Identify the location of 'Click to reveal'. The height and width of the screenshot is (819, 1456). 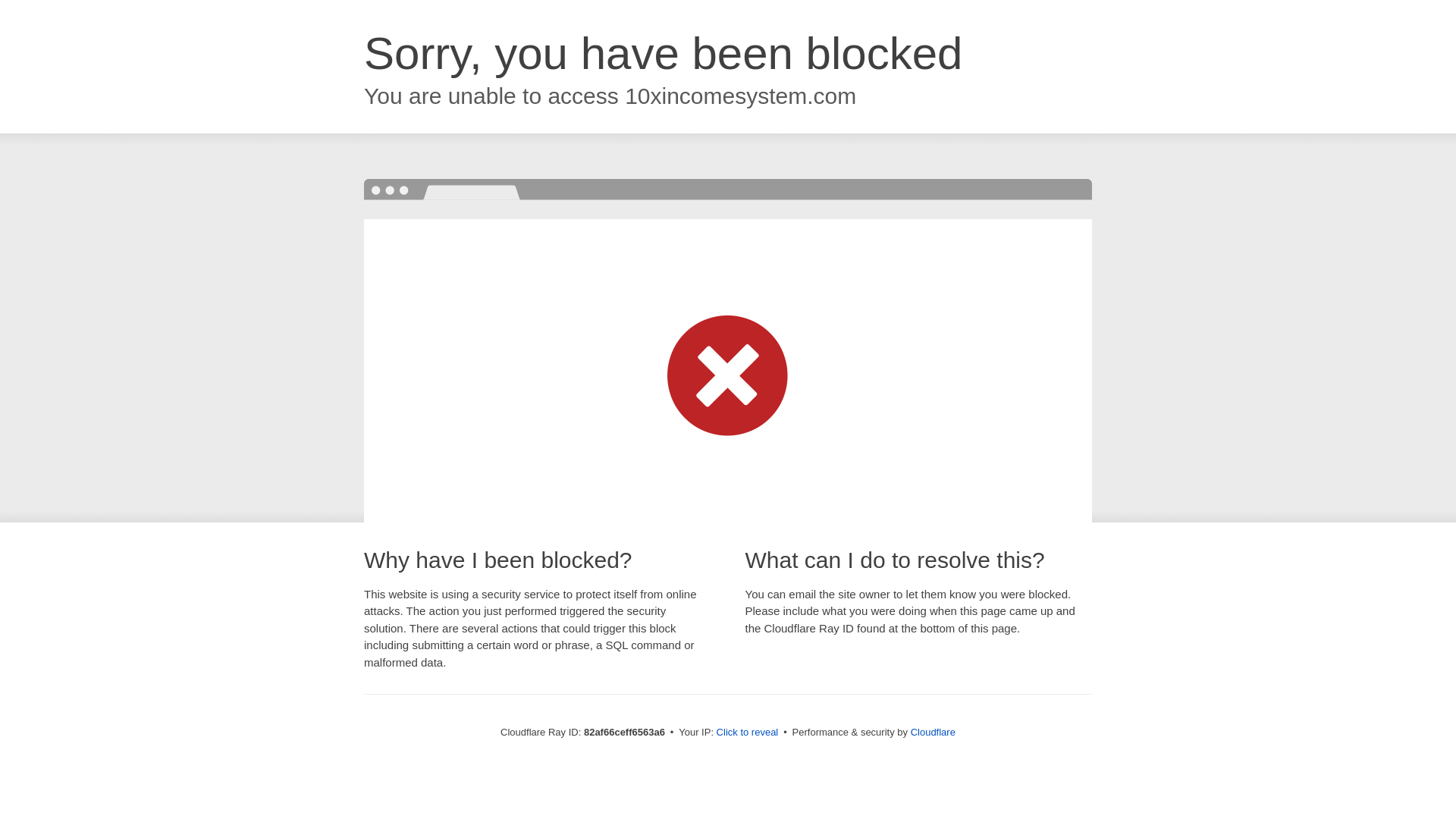
(747, 731).